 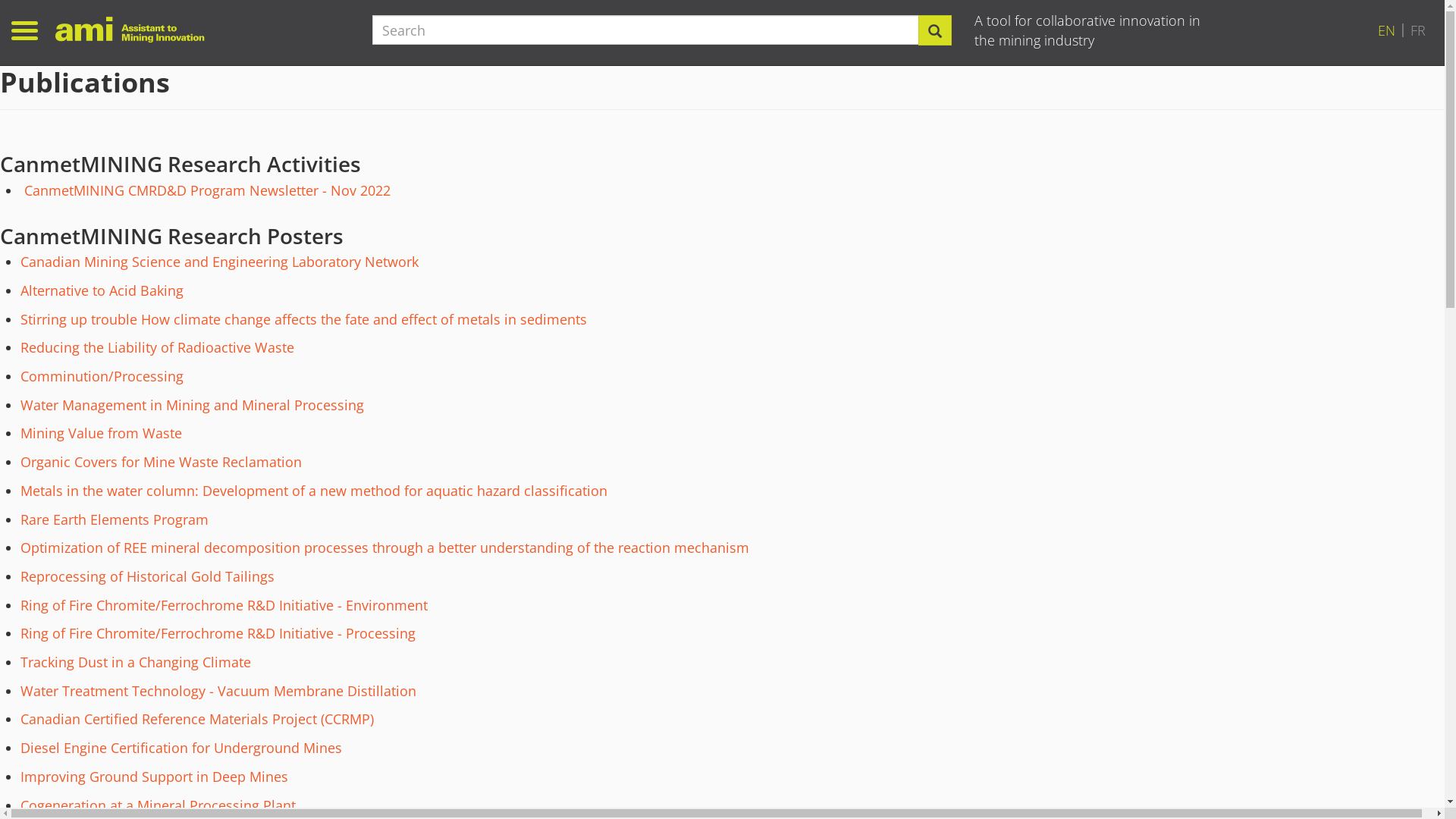 What do you see at coordinates (135, 661) in the screenshot?
I see `'Tracking Dust in a Changing Climate'` at bounding box center [135, 661].